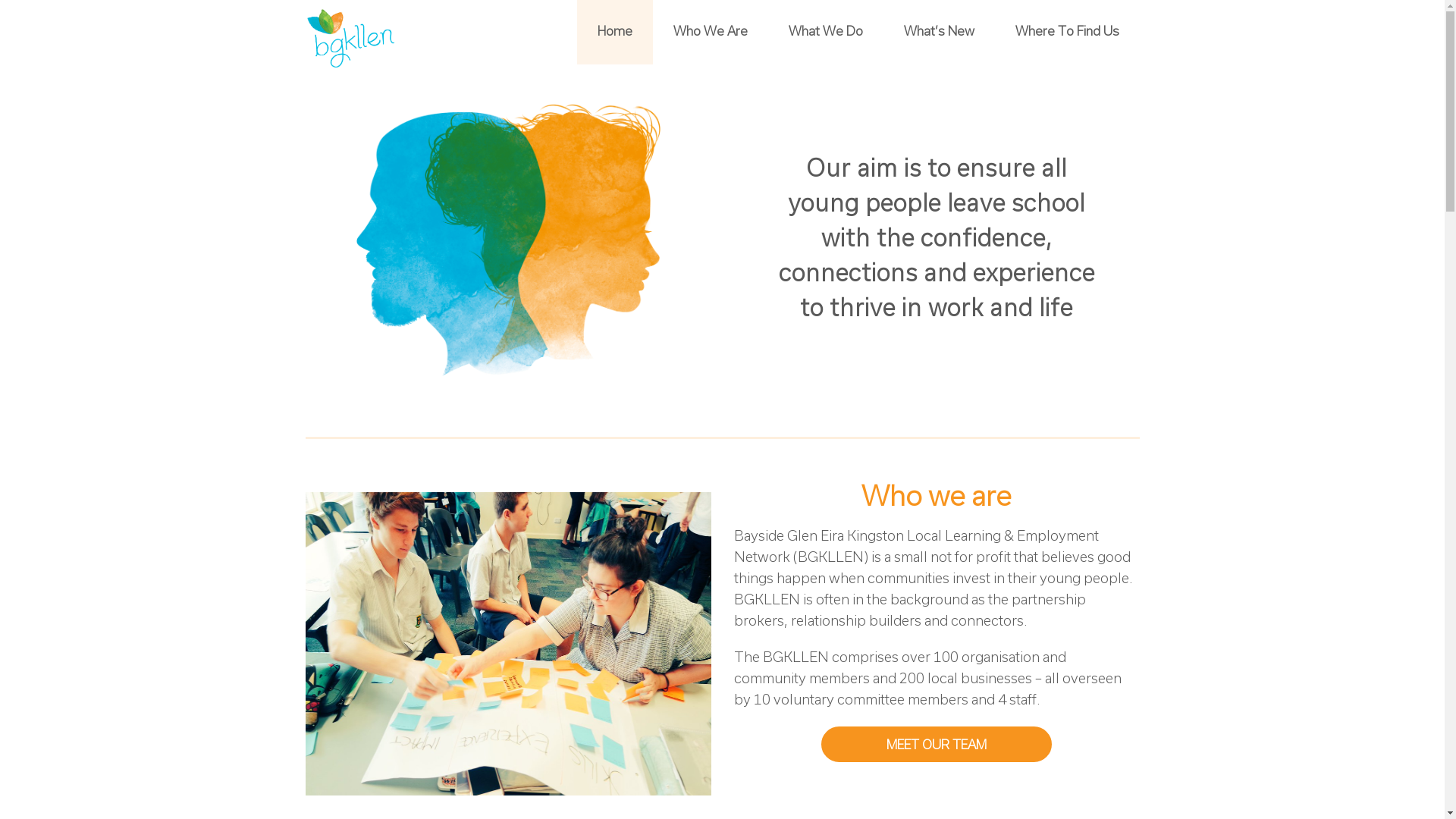 The height and width of the screenshot is (819, 1456). I want to click on 'What We Do', so click(824, 32).